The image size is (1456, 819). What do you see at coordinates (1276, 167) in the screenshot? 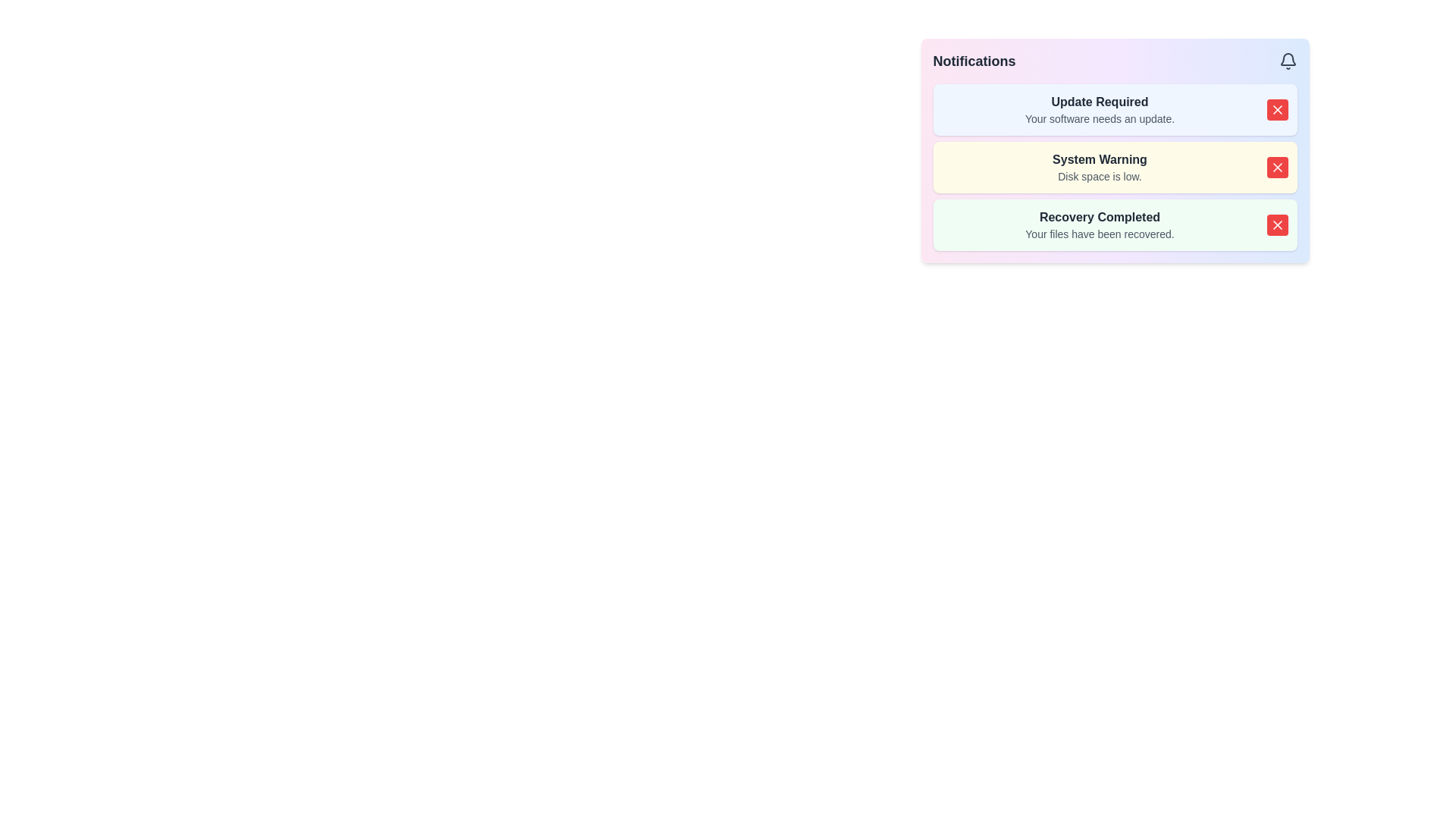
I see `the dismiss button located at the far right end of the 'System Warning' notification block` at bounding box center [1276, 167].